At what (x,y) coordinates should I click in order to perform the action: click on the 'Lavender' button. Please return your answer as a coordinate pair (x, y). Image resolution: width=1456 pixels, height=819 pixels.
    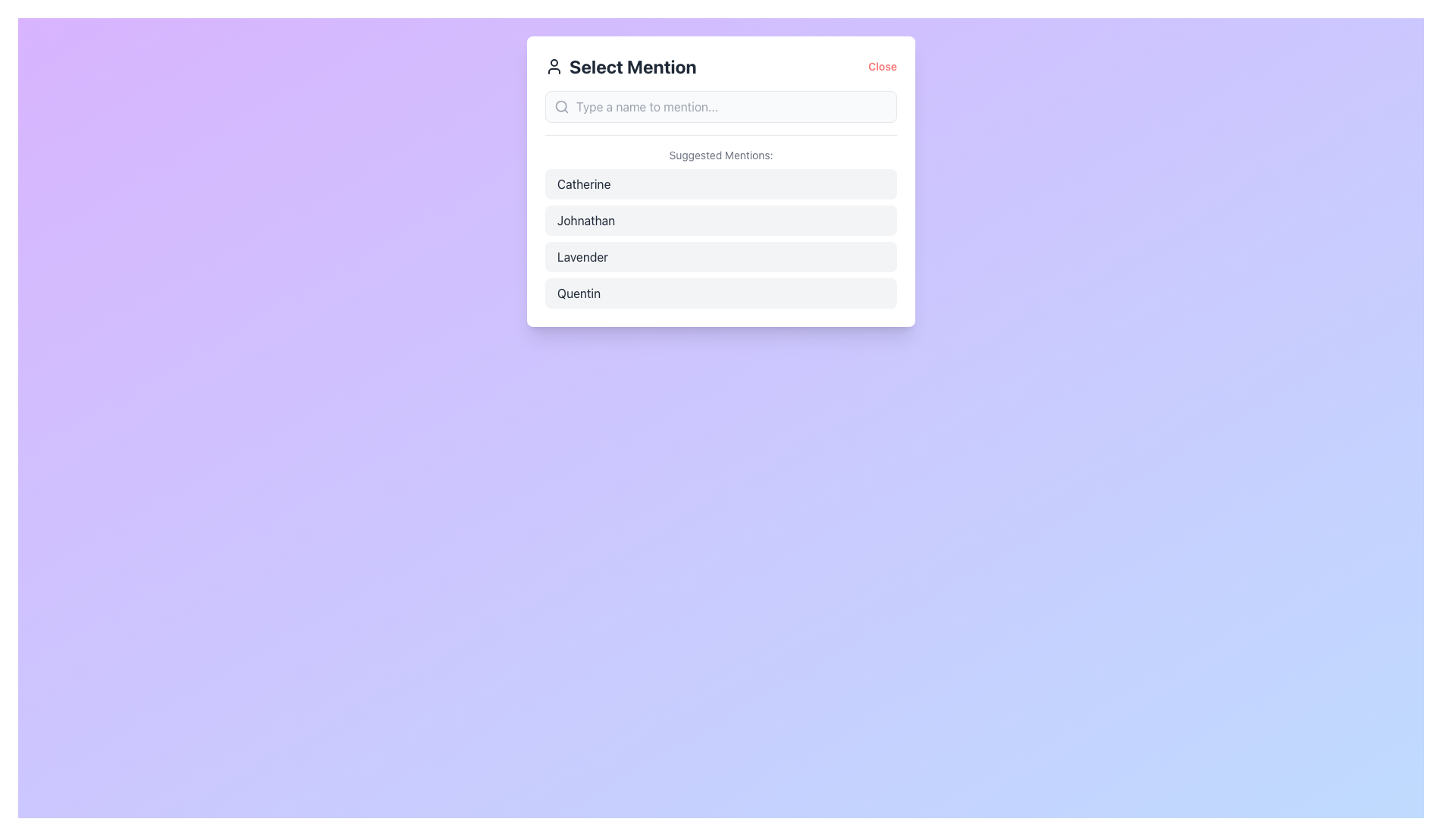
    Looking at the image, I should click on (720, 256).